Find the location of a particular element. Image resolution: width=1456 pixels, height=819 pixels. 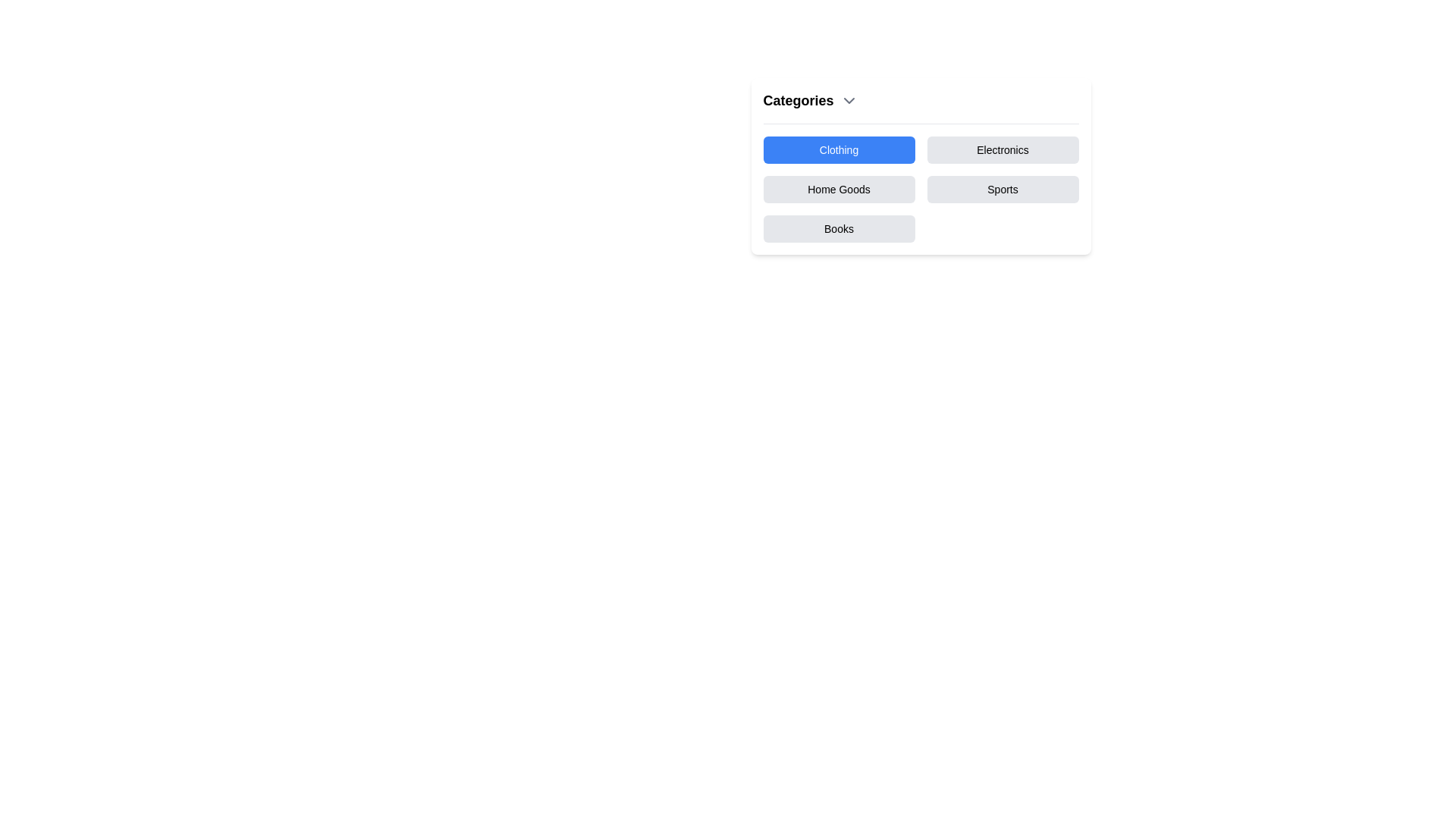

the 'Clothing' button located in the top-left corner of the 'Categories' section is located at coordinates (838, 149).